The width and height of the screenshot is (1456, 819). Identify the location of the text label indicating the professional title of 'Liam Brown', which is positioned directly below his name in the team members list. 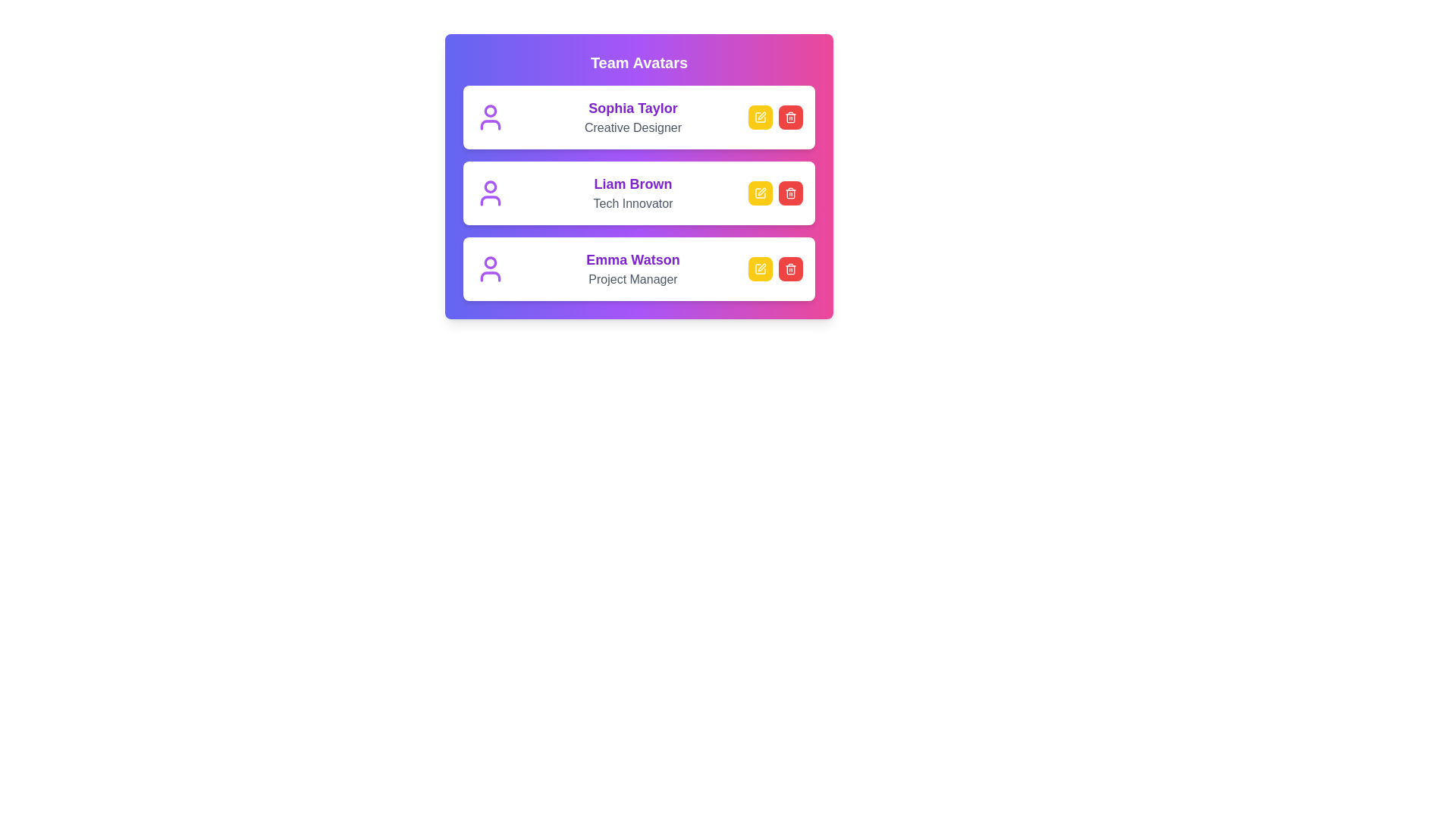
(633, 203).